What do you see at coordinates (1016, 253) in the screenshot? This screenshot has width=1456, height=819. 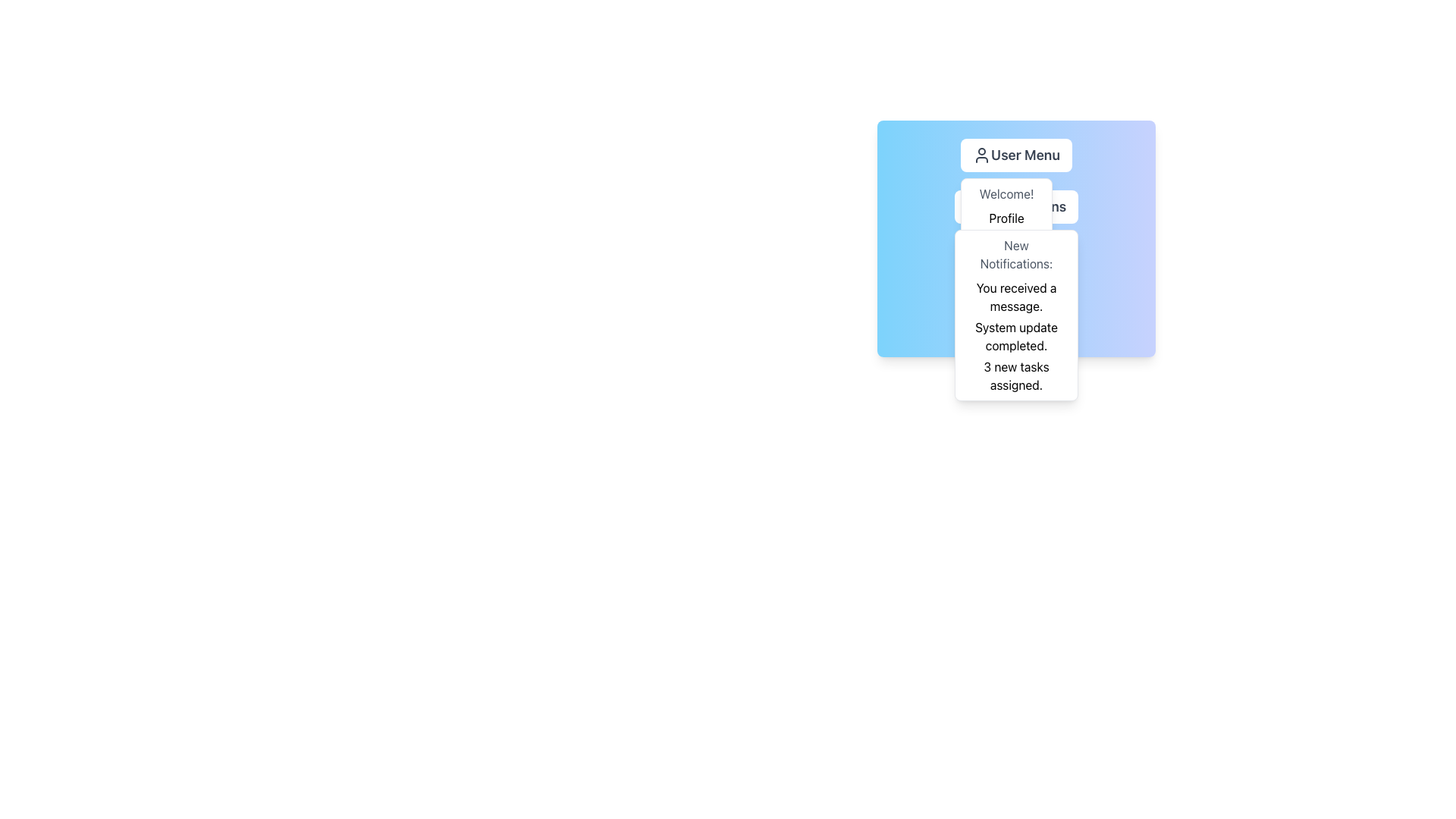 I see `text label that displays 'New Notifications:' located at the top of the dropdown popup containing further notifications` at bounding box center [1016, 253].